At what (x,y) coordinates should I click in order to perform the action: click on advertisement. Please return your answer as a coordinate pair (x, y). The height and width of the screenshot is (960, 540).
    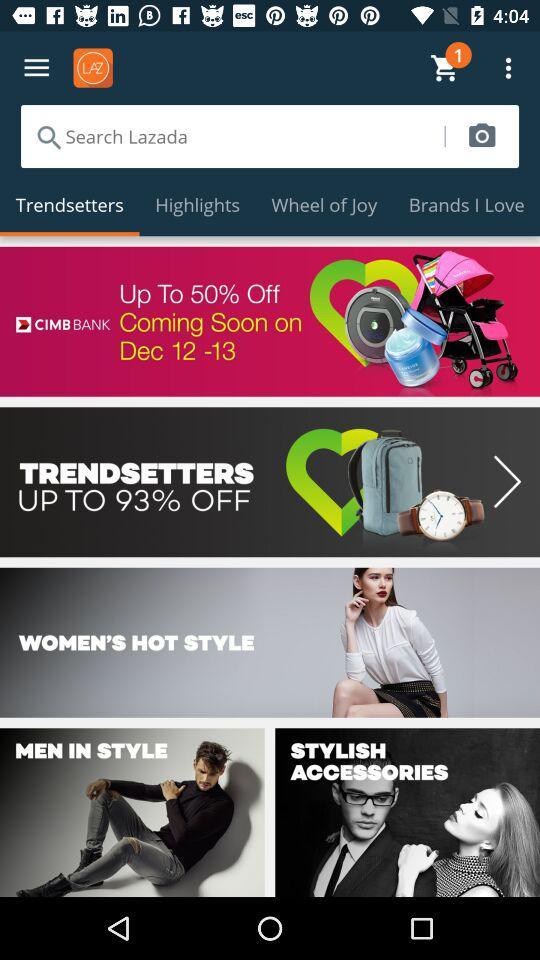
    Looking at the image, I should click on (270, 321).